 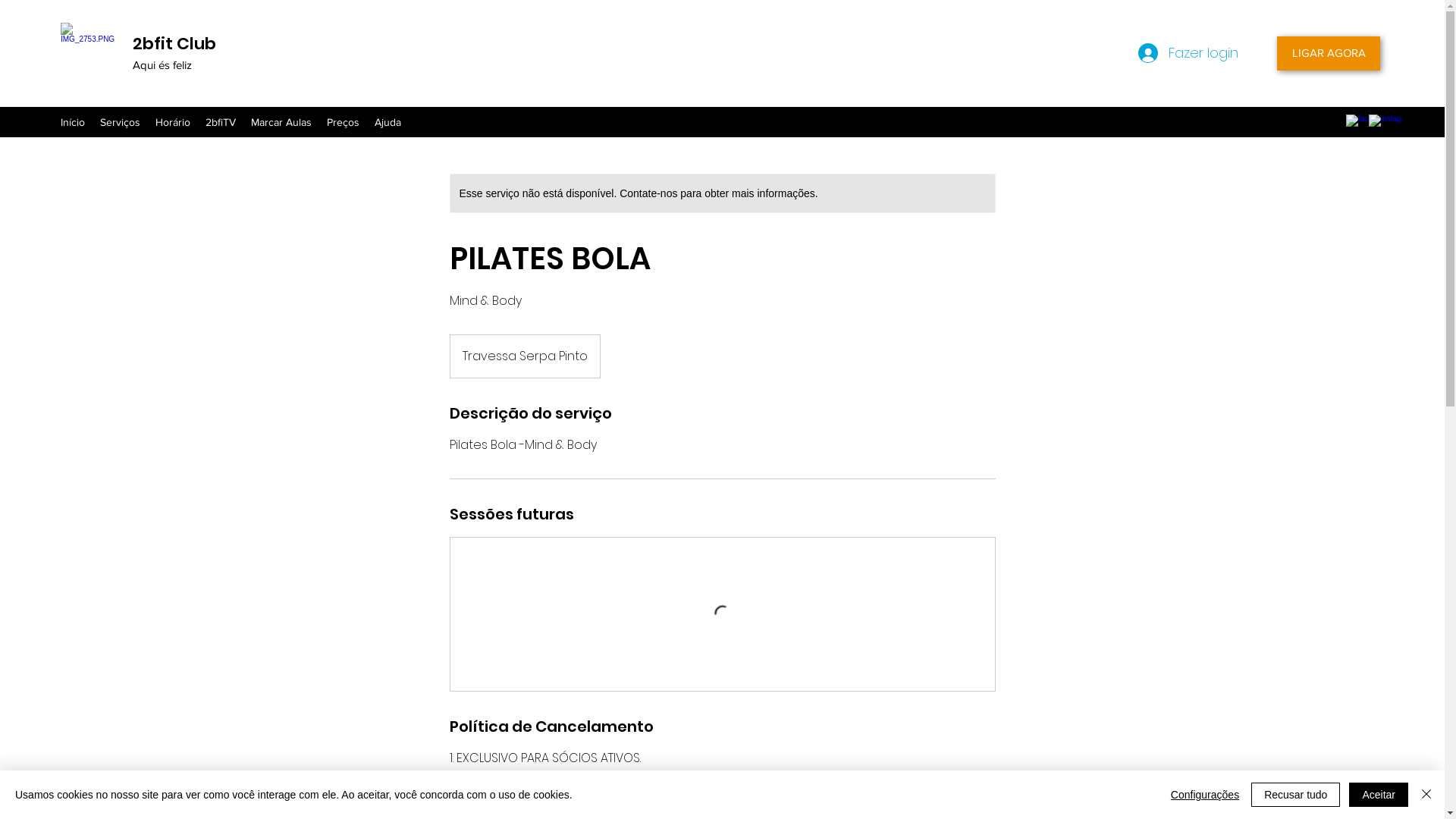 I want to click on '2bfit Club', so click(x=174, y=42).